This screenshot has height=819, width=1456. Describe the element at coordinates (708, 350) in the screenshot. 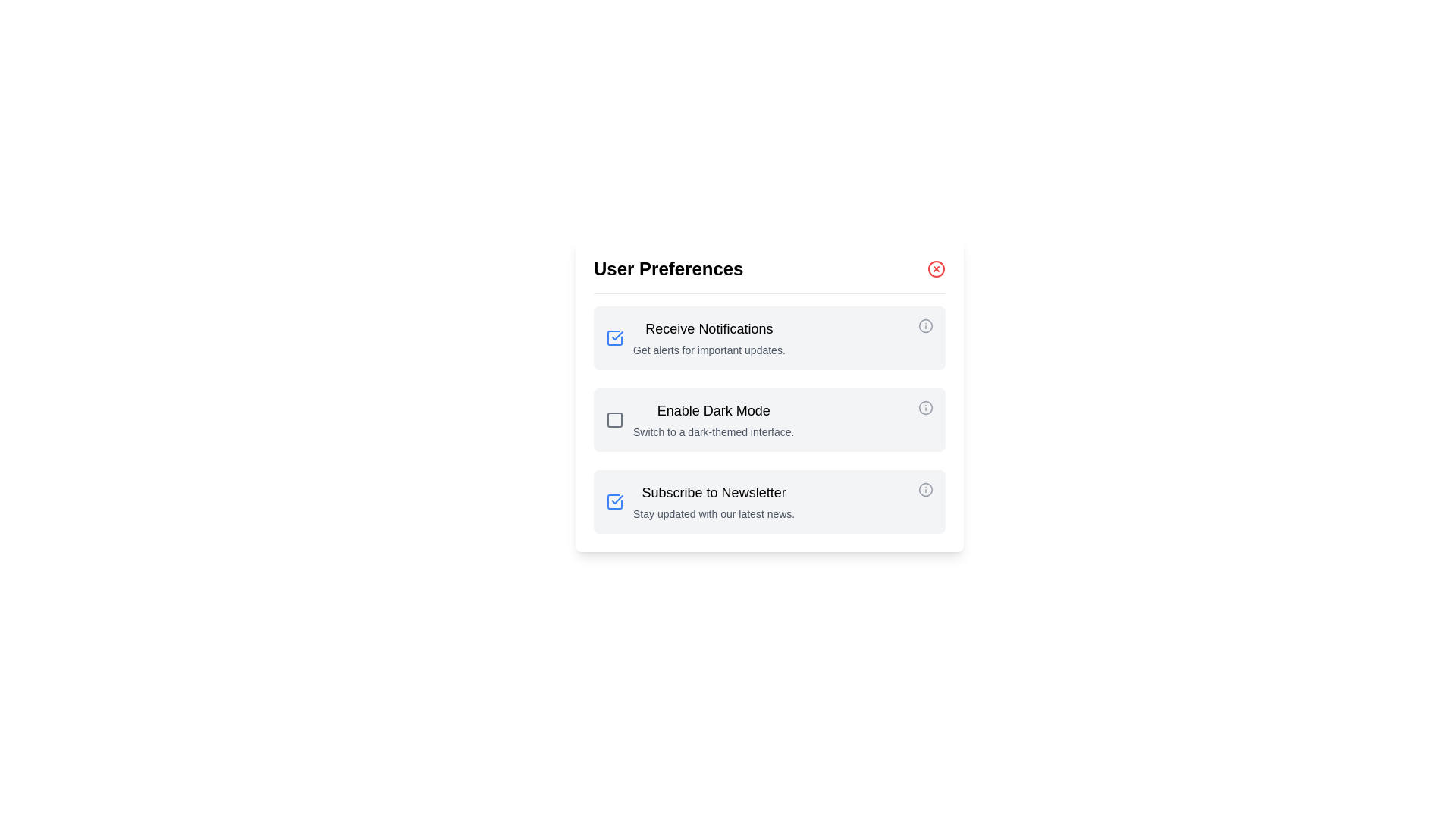

I see `the static informational text label that describes the purpose of the 'Receive Notifications' option in the user preferences section` at that location.